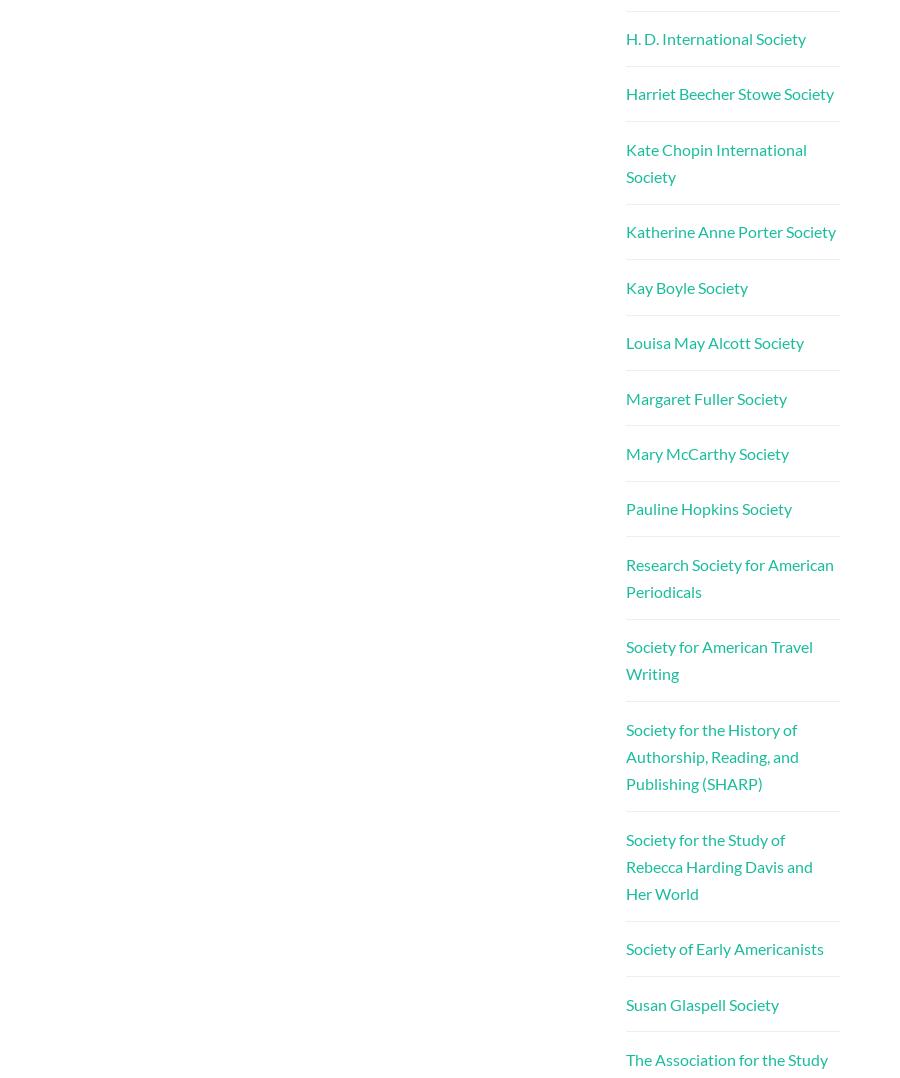 The width and height of the screenshot is (900, 1078). Describe the element at coordinates (705, 452) in the screenshot. I see `'Mary McCarthy Society'` at that location.